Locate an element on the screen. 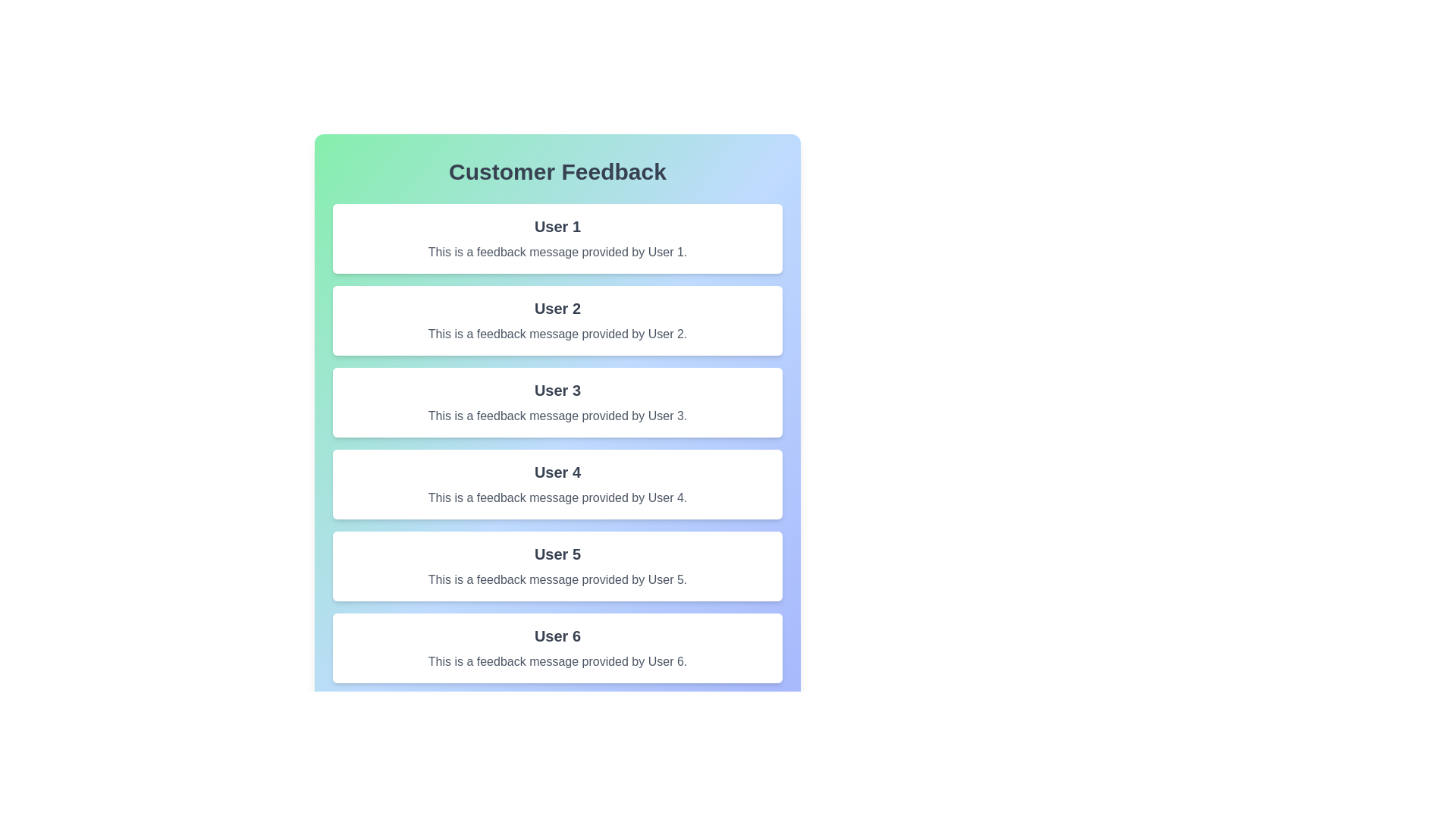 The width and height of the screenshot is (1456, 819). the previous page button located at the bottom left corner of the pagination controls, which is the first button on the left next to 'Page 1 of 5' to apply hover styling is located at coordinates (353, 717).